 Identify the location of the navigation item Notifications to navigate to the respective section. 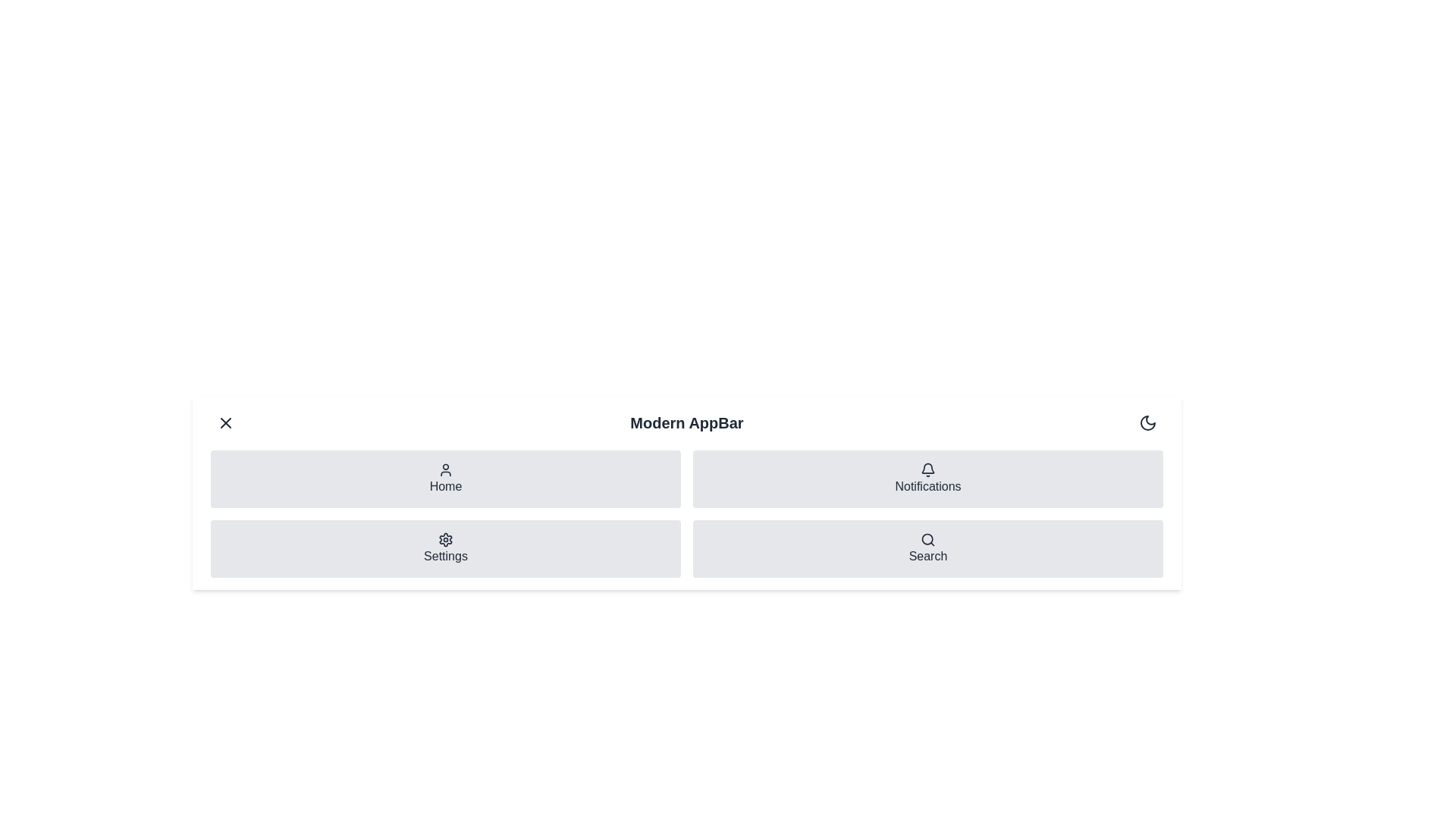
(927, 479).